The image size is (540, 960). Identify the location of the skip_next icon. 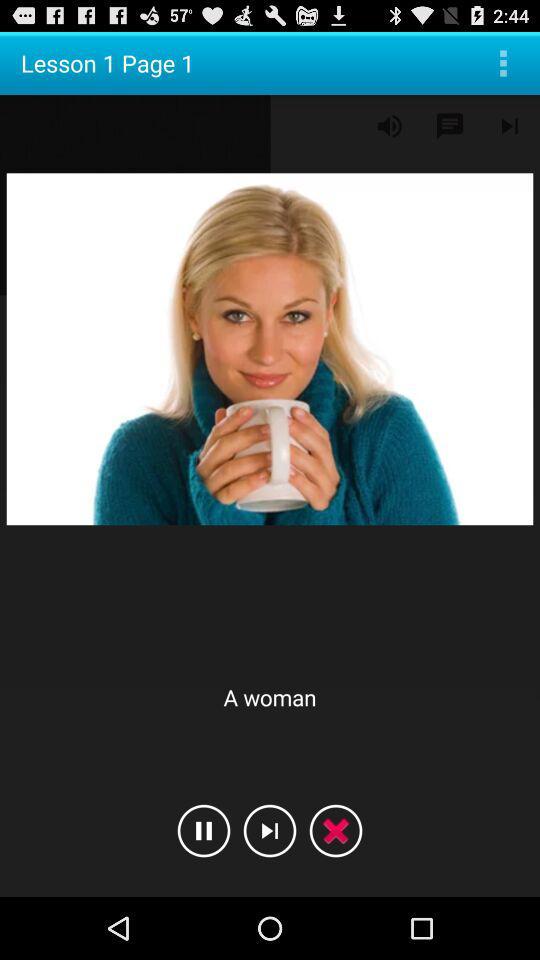
(509, 133).